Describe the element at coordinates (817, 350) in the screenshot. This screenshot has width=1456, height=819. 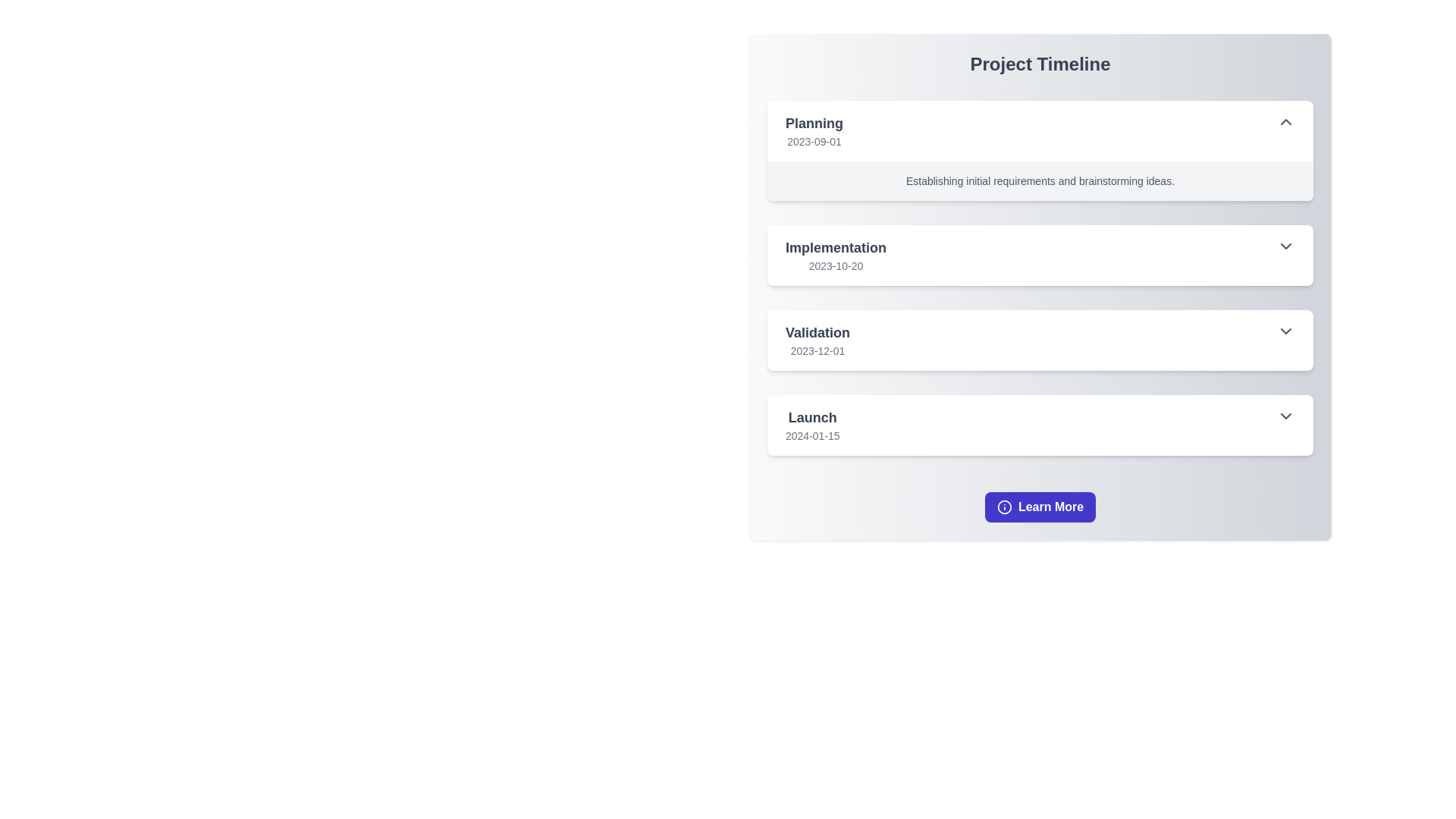
I see `date text displayed as '2023-12-01' located below the bold title 'Validation' in the 'Validation' section of the 'Project Timeline'` at that location.